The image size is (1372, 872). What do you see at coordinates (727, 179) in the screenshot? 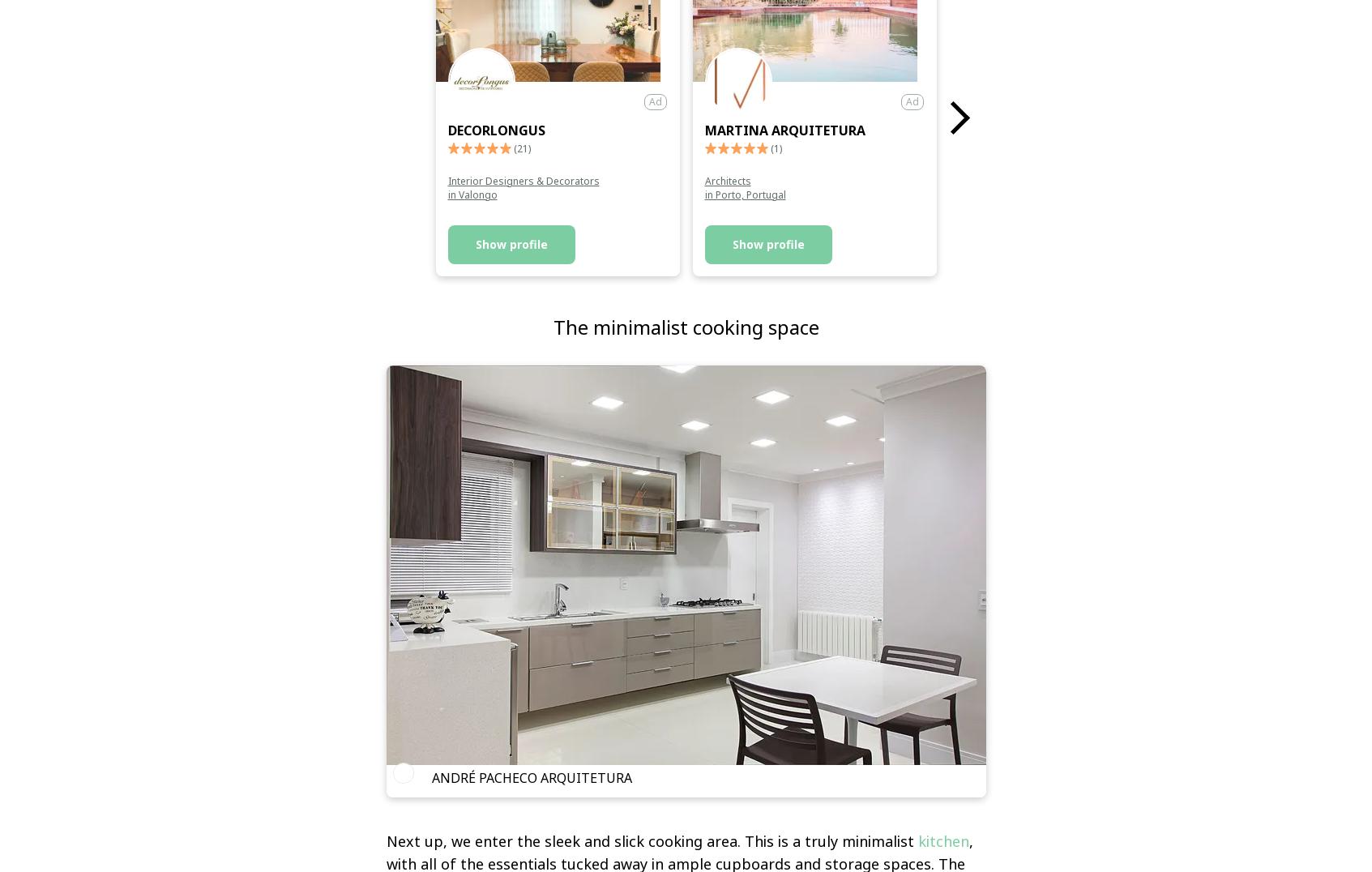
I see `'Architects'` at bounding box center [727, 179].